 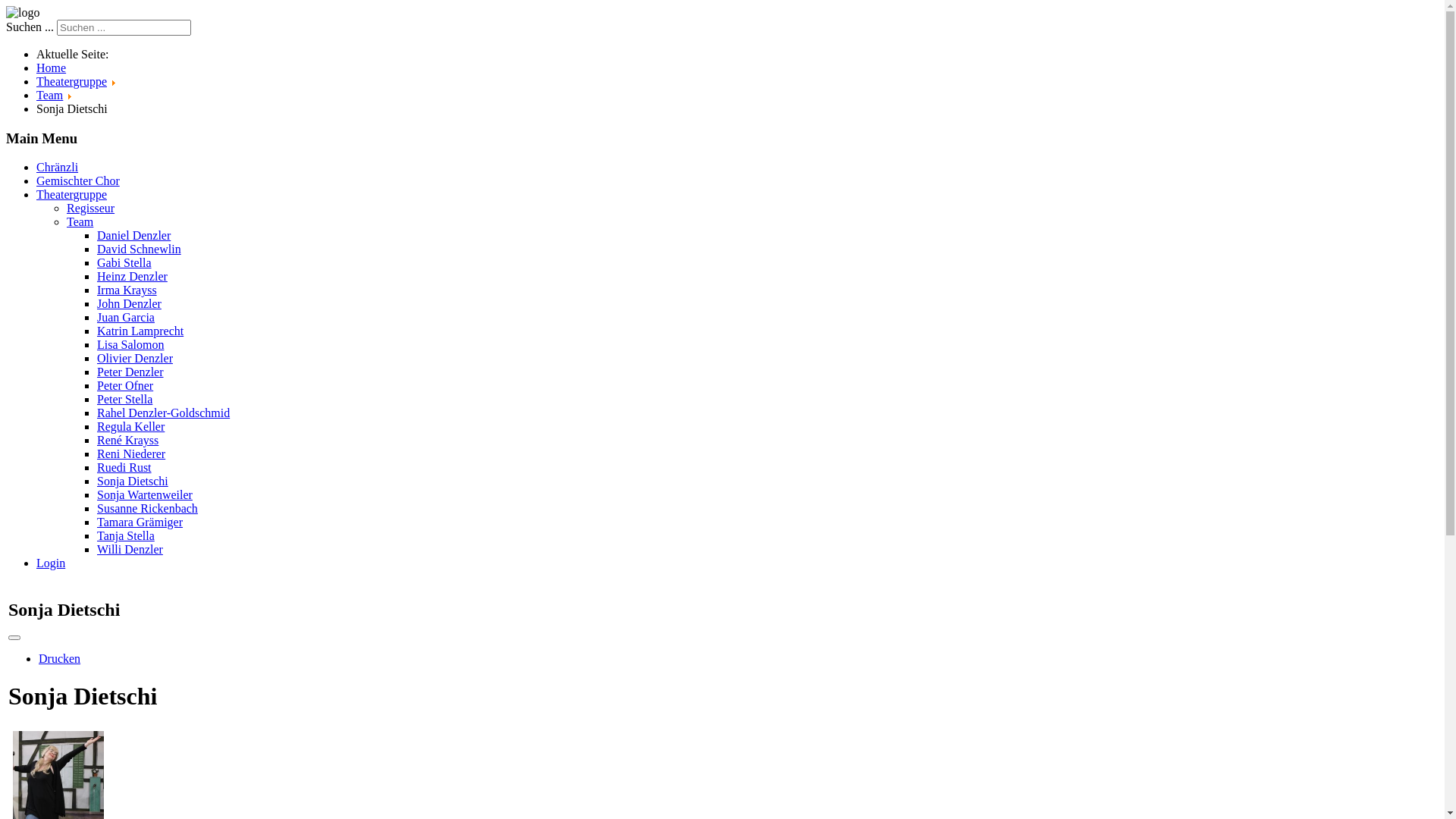 I want to click on 'Susanne Rickenbach', so click(x=147, y=508).